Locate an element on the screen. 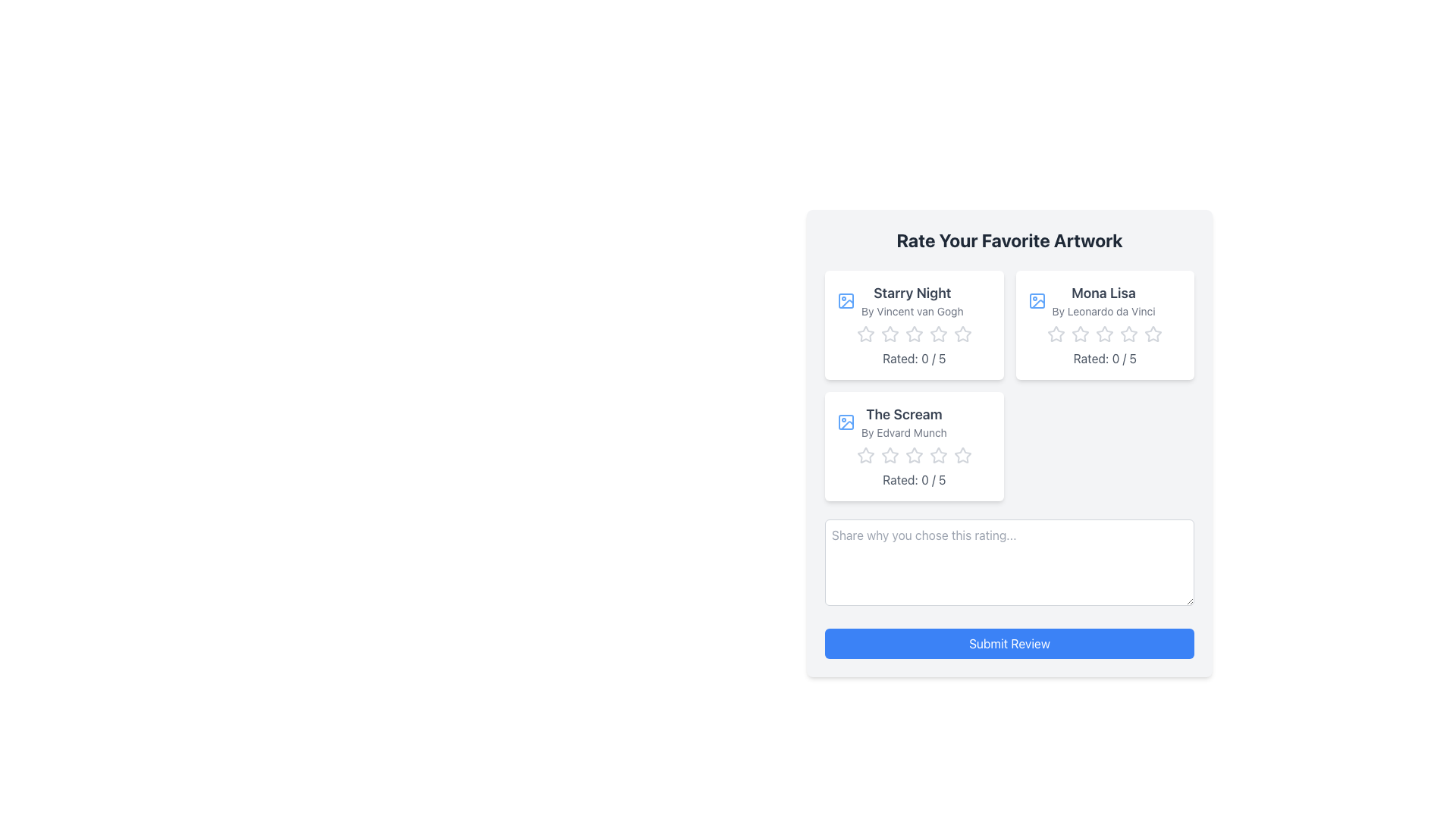  the rectangular blue button labeled 'Submit Review' located at the bottom of the 'Rate Your Favorite Artwork' section is located at coordinates (1009, 643).